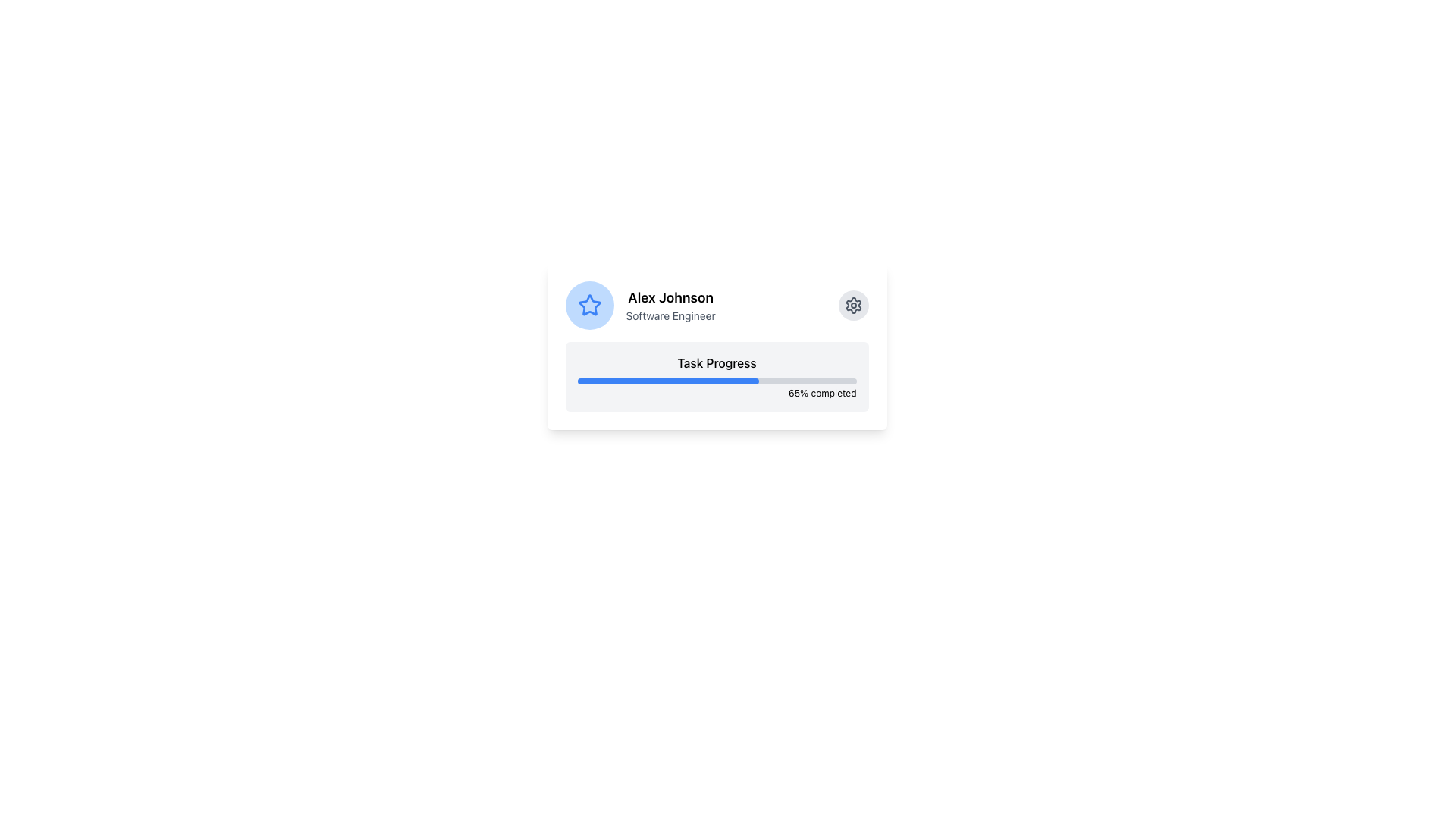 The image size is (1456, 819). I want to click on the progress bar with text label and value, so click(716, 376).